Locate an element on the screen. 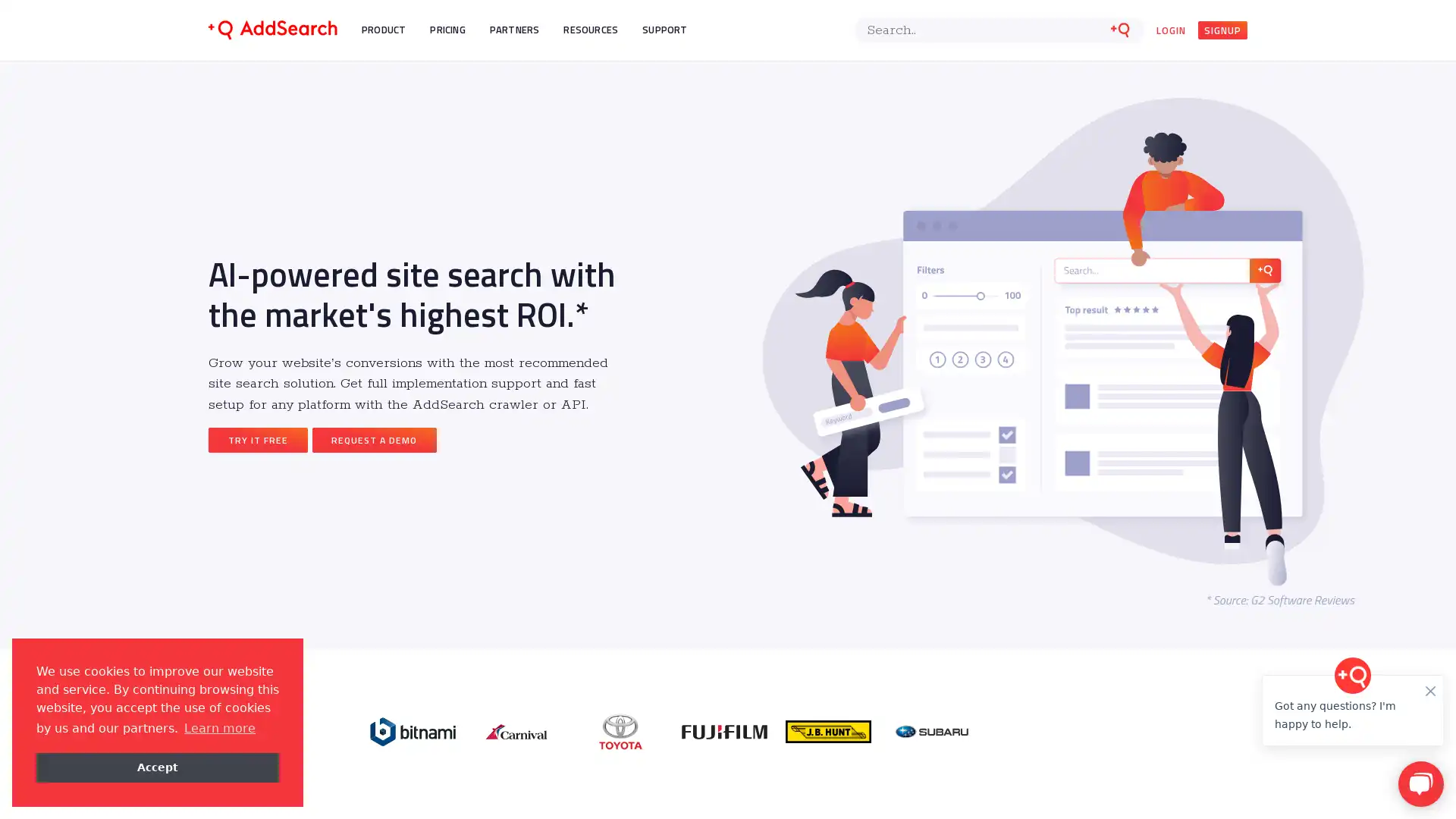 This screenshot has height=819, width=1456. dismiss cookie message is located at coordinates (157, 767).